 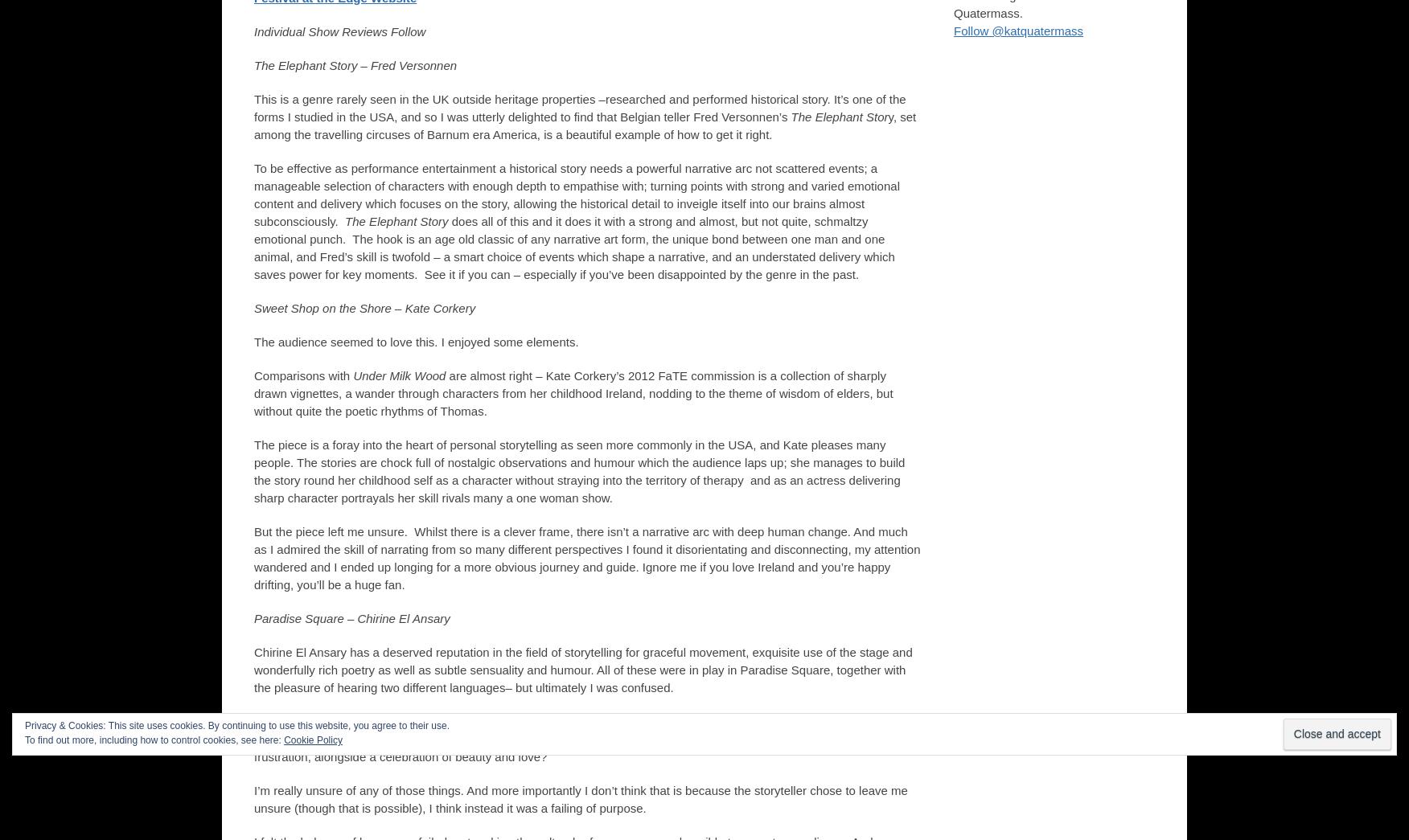 I want to click on 'y, set among the travelling circuses of Barnum era America, is a beautiful example of how to get it right.', so click(x=584, y=125).